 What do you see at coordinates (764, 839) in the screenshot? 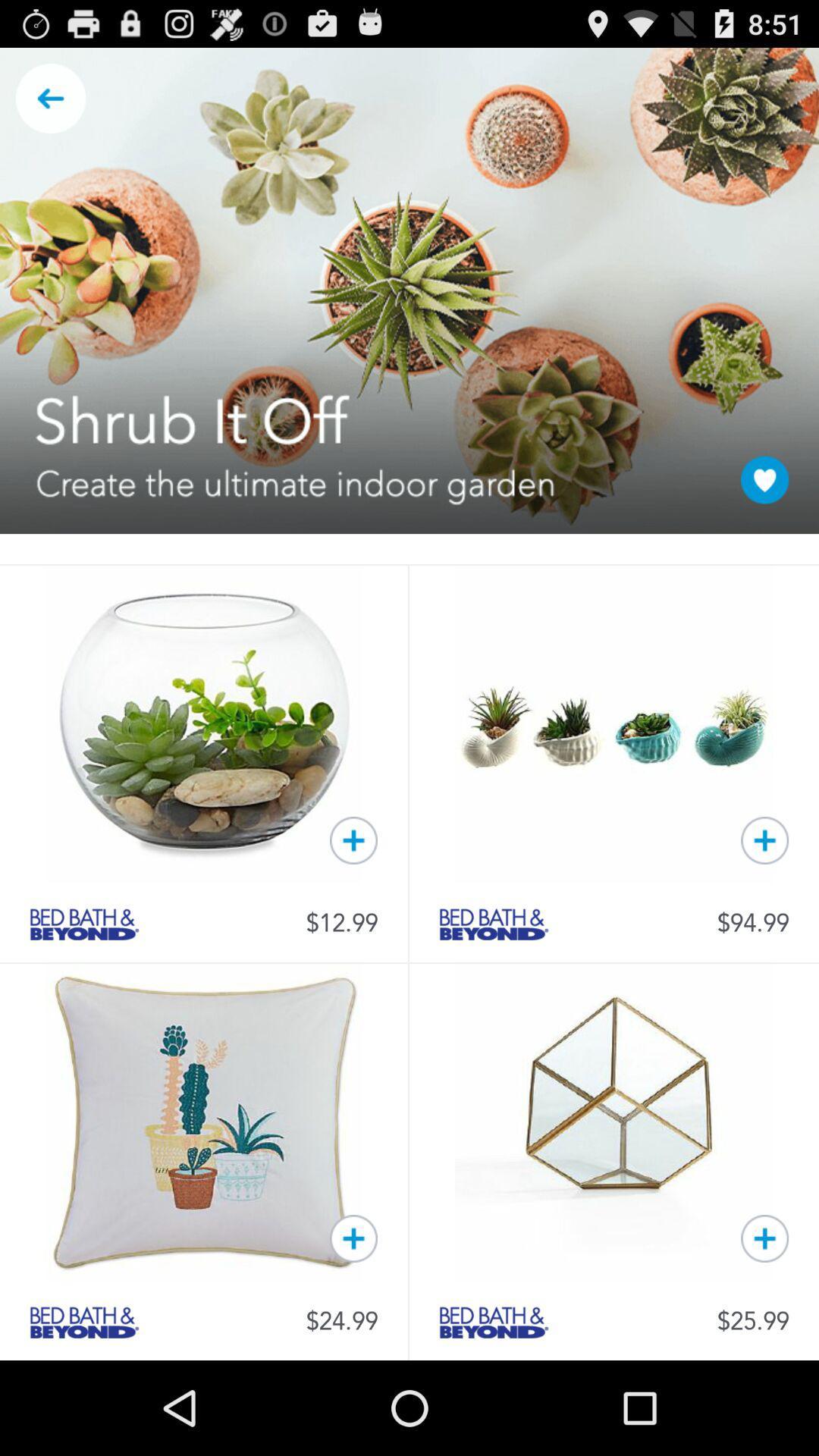
I see `item` at bounding box center [764, 839].